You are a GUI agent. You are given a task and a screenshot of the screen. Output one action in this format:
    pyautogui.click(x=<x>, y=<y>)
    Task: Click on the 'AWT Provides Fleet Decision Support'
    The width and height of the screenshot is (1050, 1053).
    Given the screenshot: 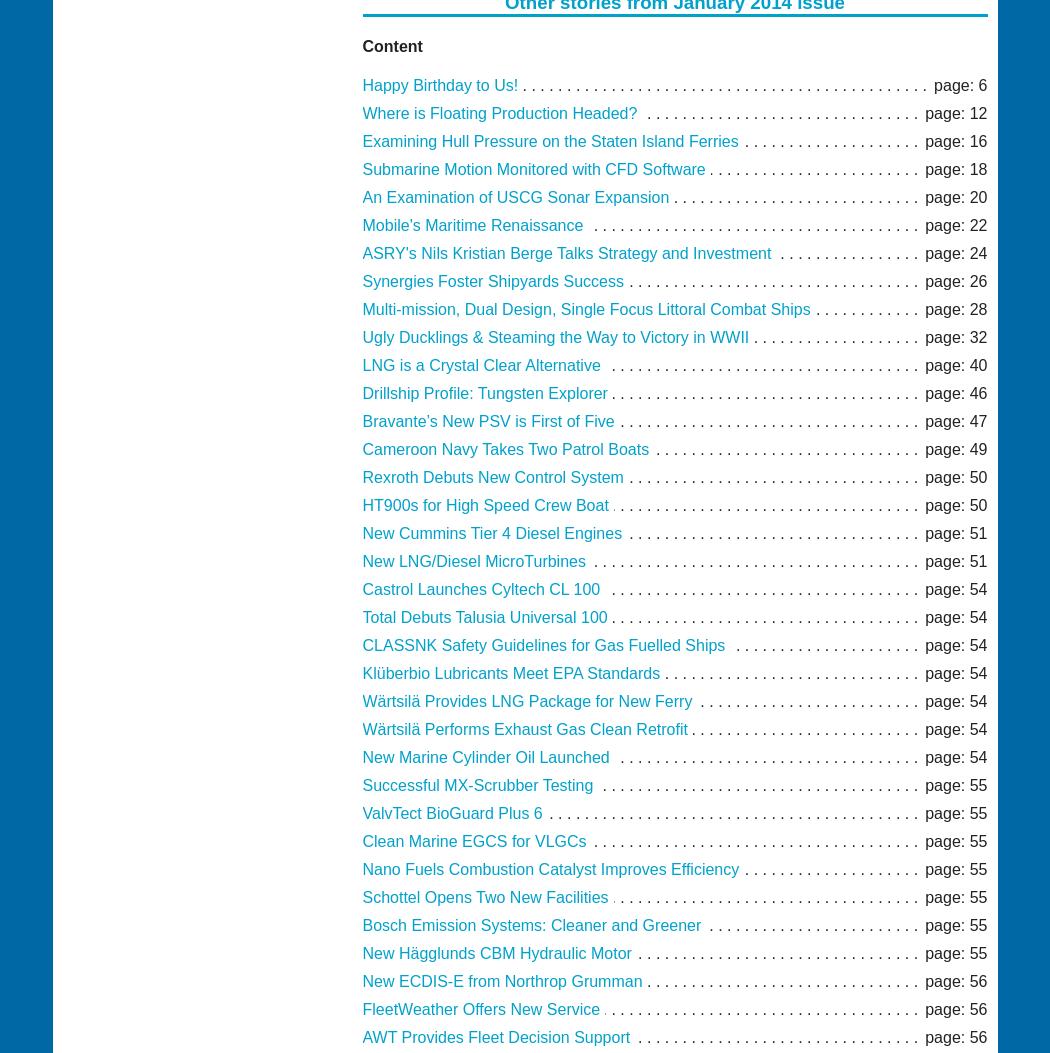 What is the action you would take?
    pyautogui.click(x=495, y=1036)
    